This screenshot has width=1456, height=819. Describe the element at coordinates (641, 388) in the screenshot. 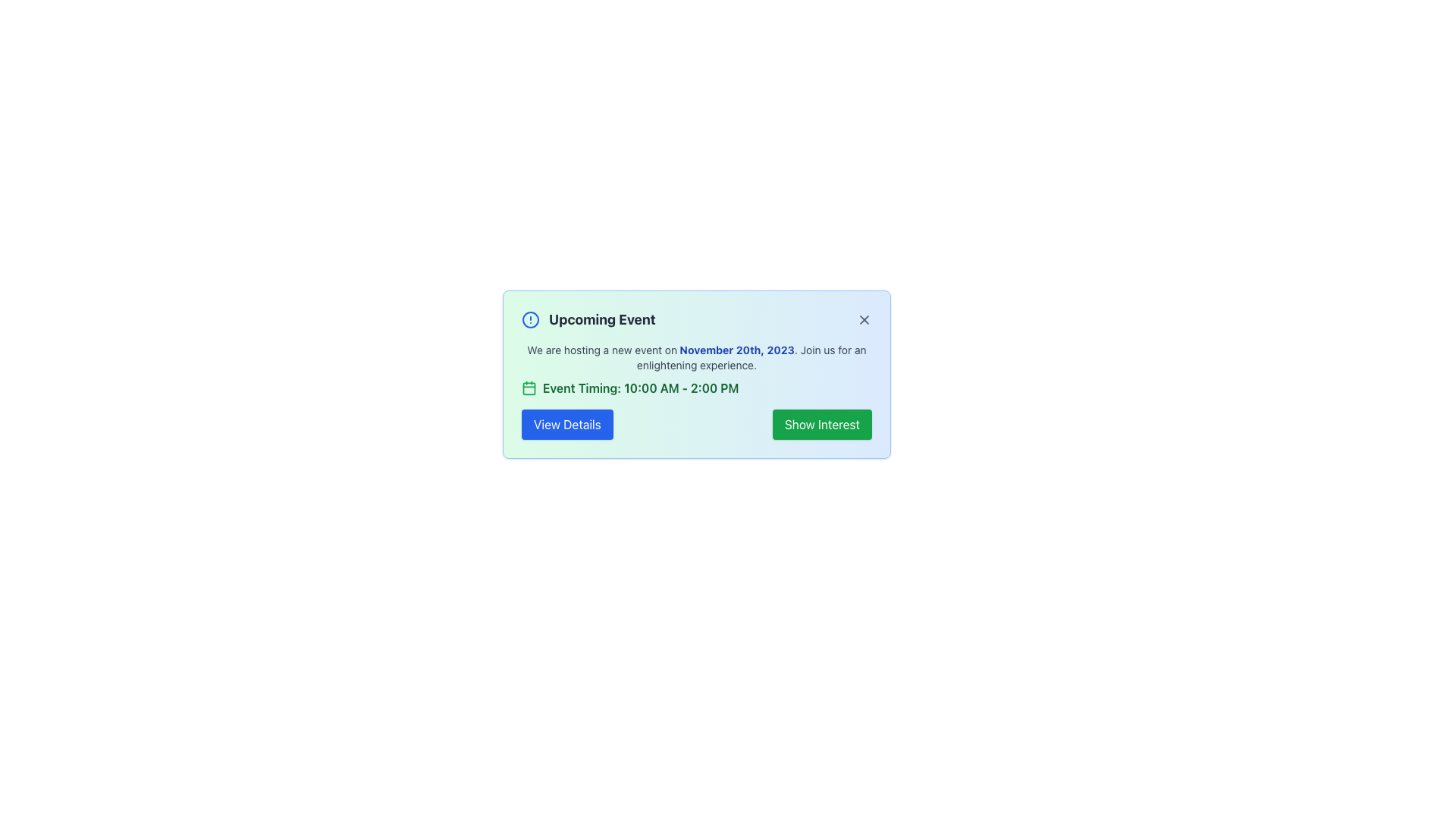

I see `the text label that reads 'Event Timing: 10:00 AM - 2:00 PM', styled in bold green font, which is located next to a green calendar icon within the pop-up interface under 'Upcoming Event'` at that location.